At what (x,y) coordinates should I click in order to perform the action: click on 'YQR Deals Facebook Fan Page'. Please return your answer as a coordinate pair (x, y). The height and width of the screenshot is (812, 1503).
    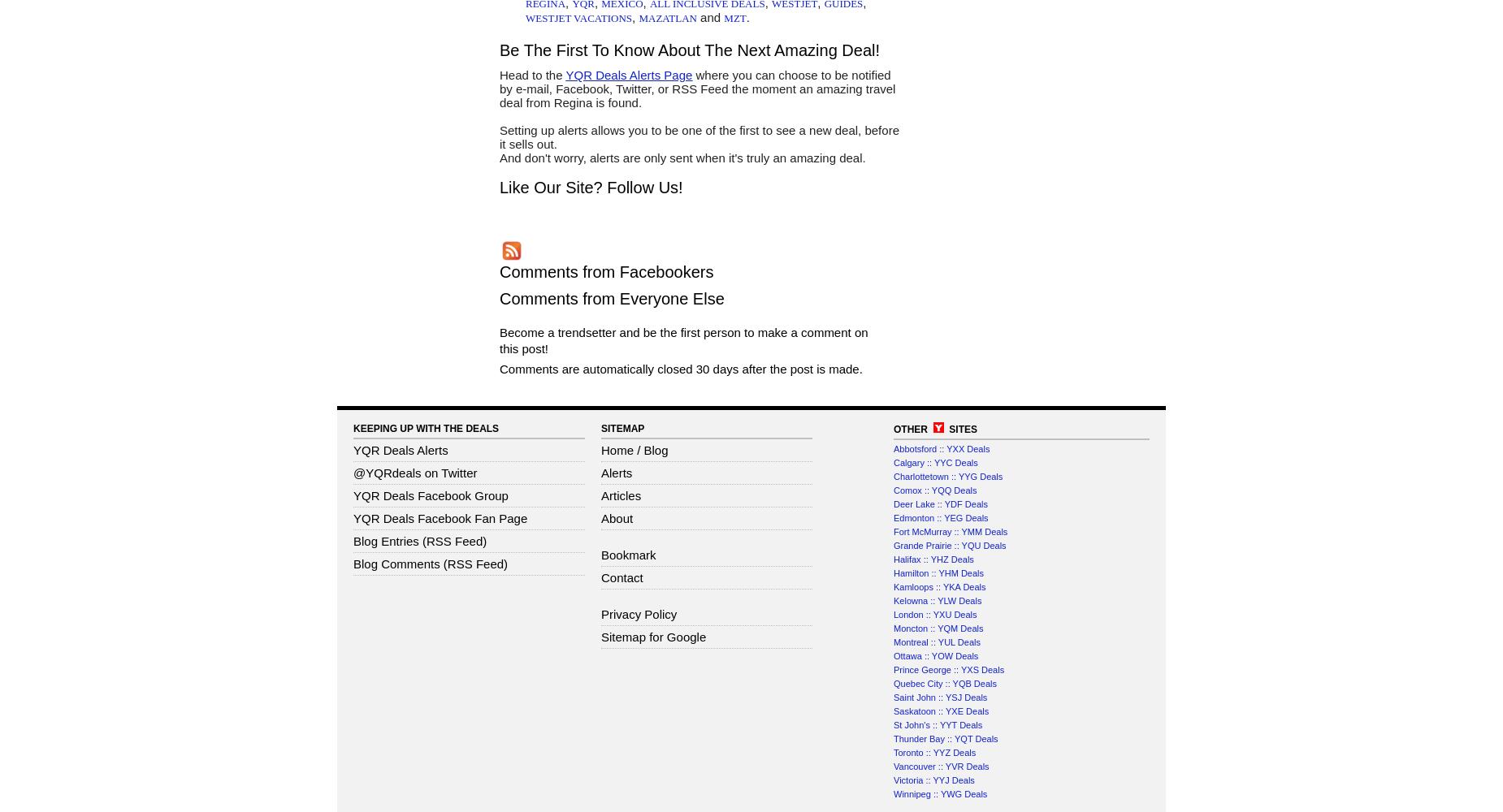
    Looking at the image, I should click on (440, 518).